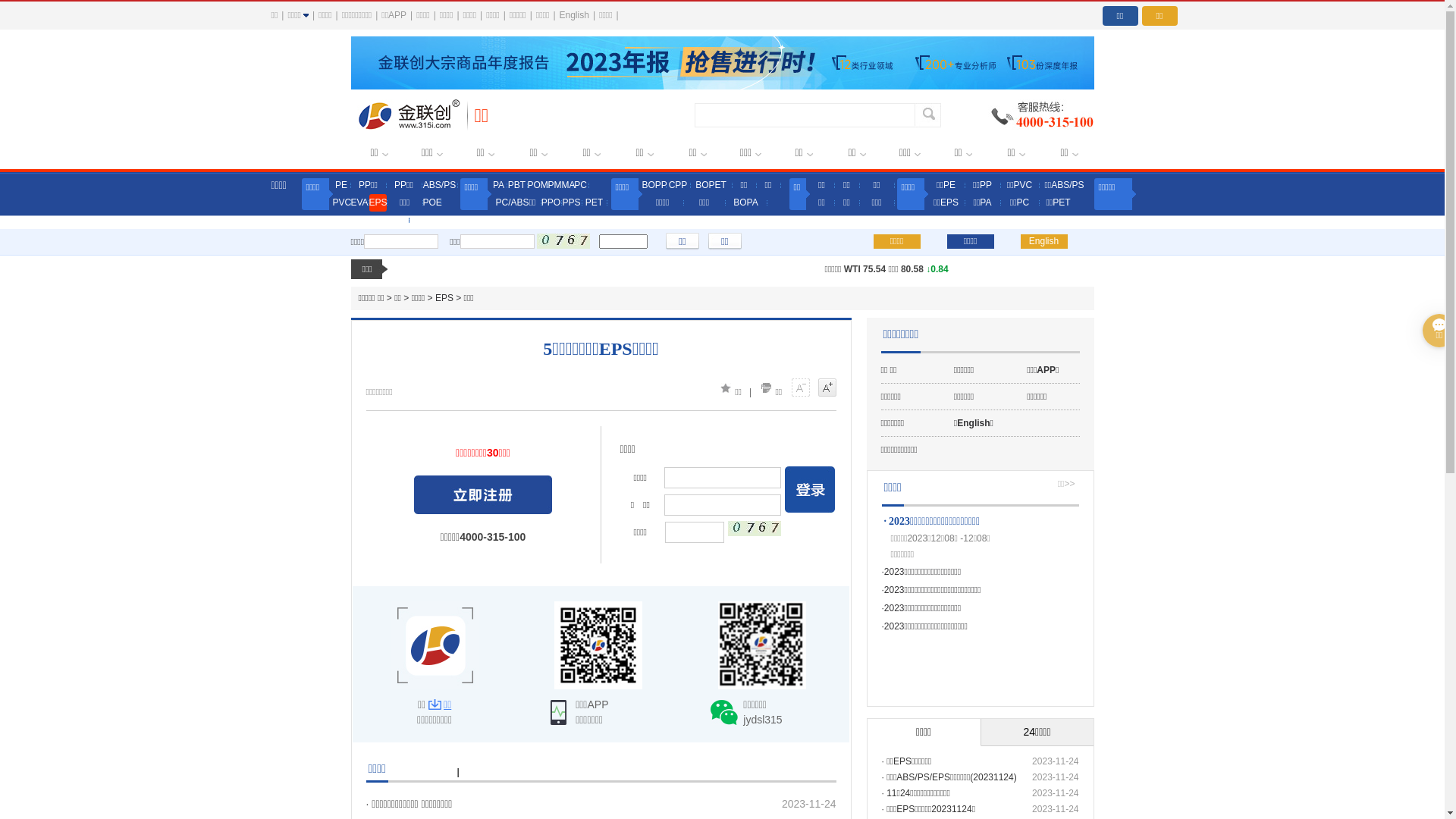 The width and height of the screenshot is (1456, 819). Describe the element at coordinates (498, 184) in the screenshot. I see `'PA'` at that location.